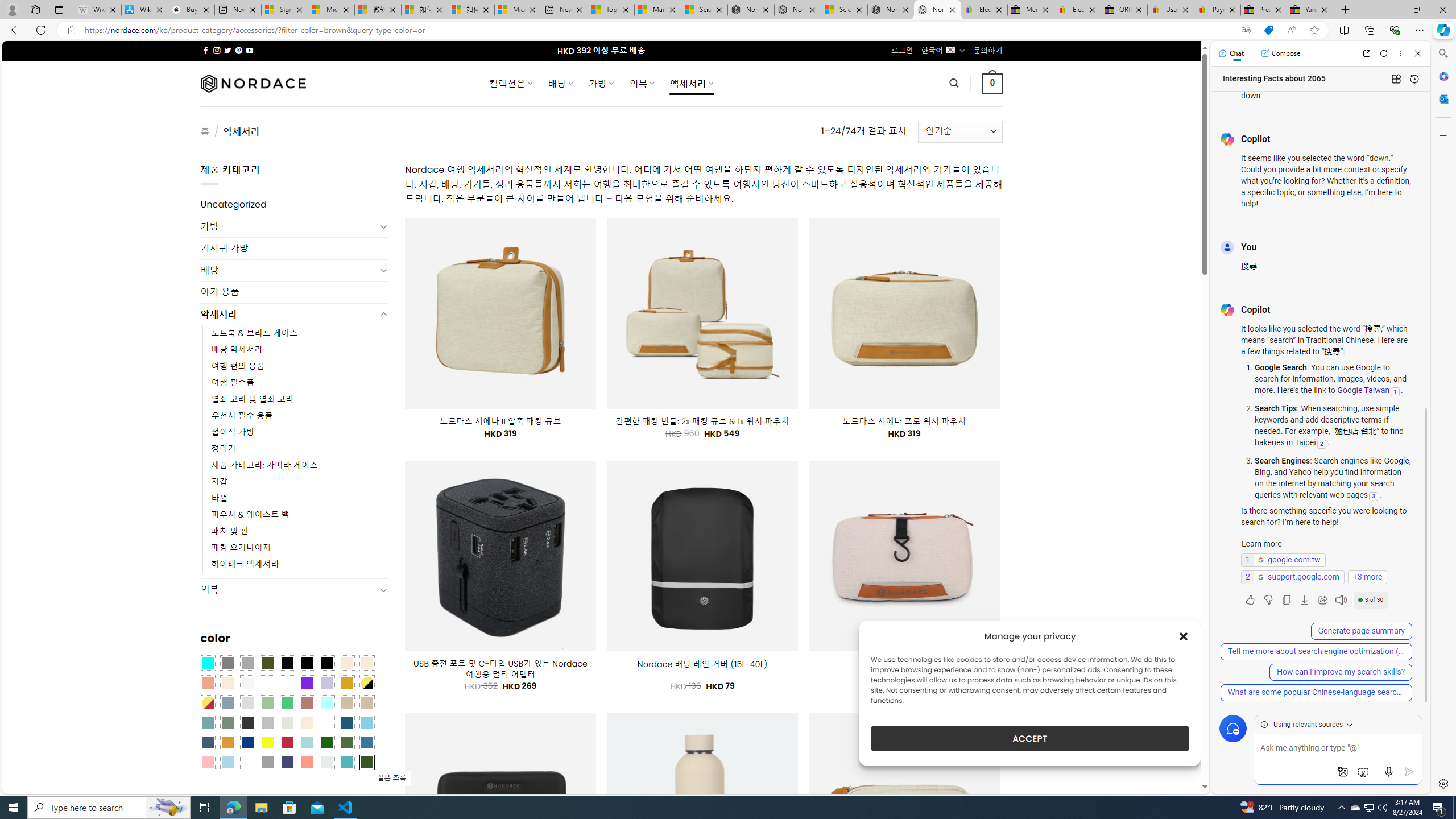 Image resolution: width=1456 pixels, height=819 pixels. I want to click on 'Microsoft account | Account Checkup', so click(517, 9).